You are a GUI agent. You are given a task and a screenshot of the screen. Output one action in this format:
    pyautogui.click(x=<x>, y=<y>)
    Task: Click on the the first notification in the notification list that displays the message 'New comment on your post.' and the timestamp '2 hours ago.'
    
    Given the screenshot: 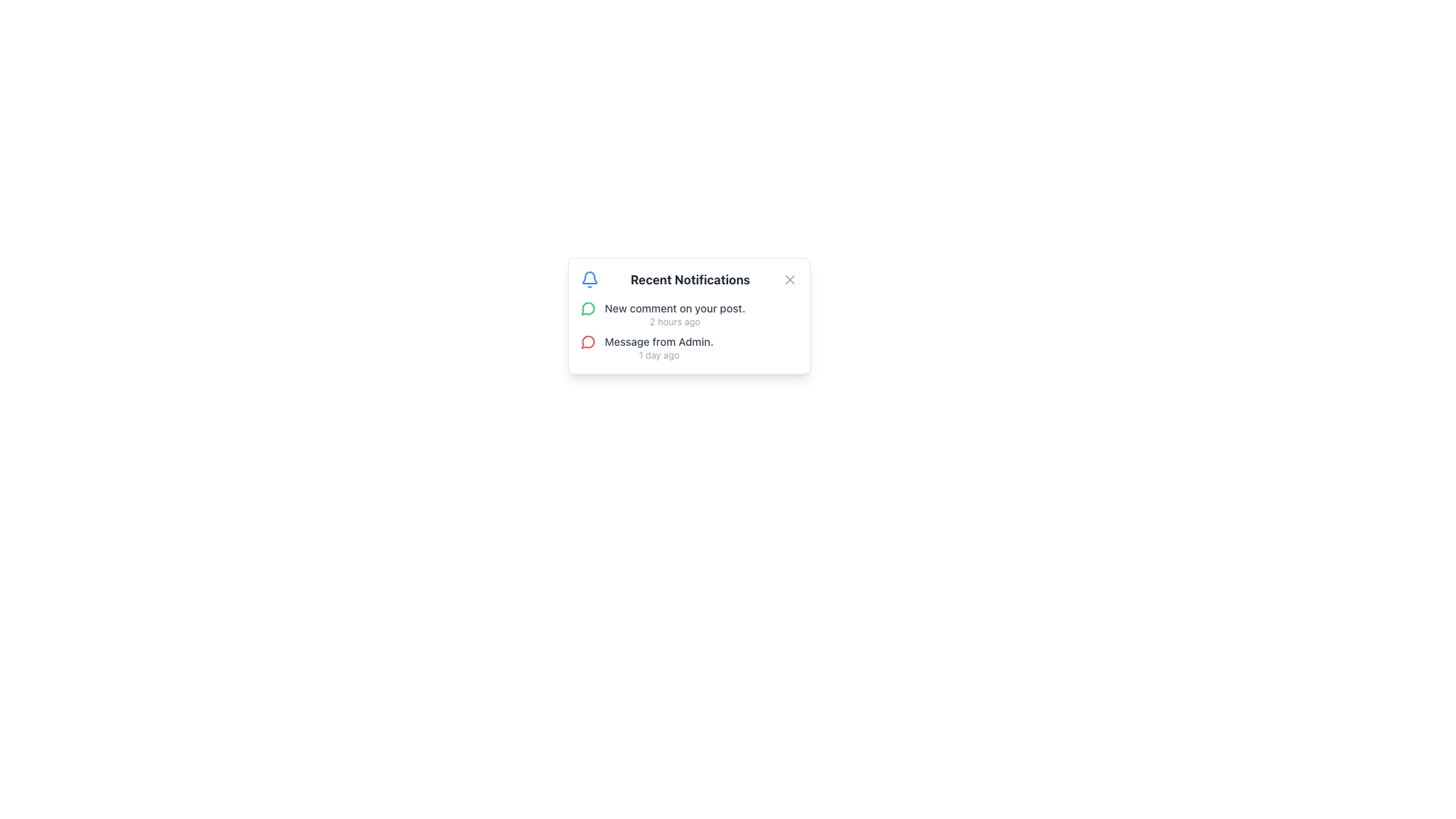 What is the action you would take?
    pyautogui.click(x=674, y=314)
    